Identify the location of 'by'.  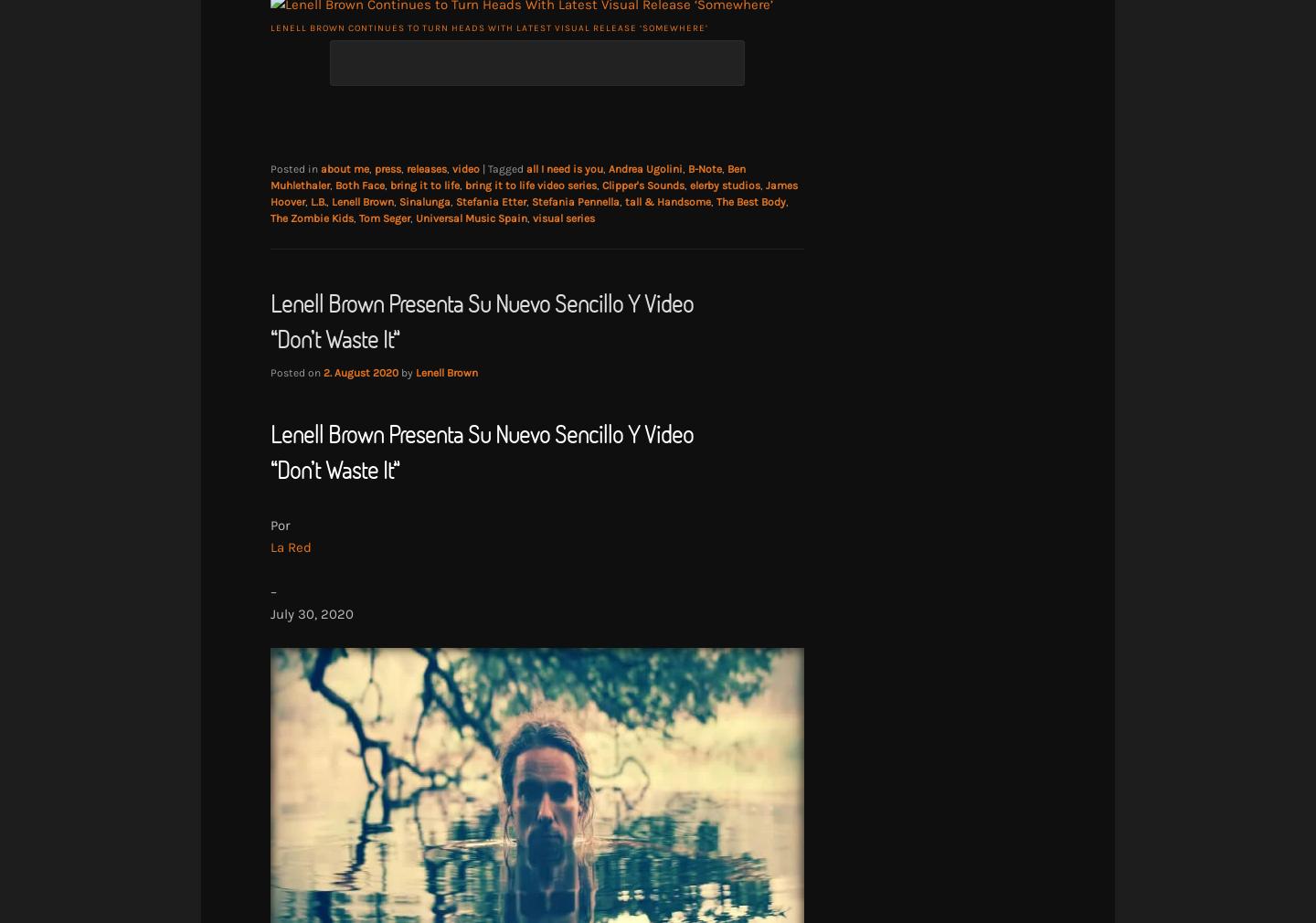
(408, 372).